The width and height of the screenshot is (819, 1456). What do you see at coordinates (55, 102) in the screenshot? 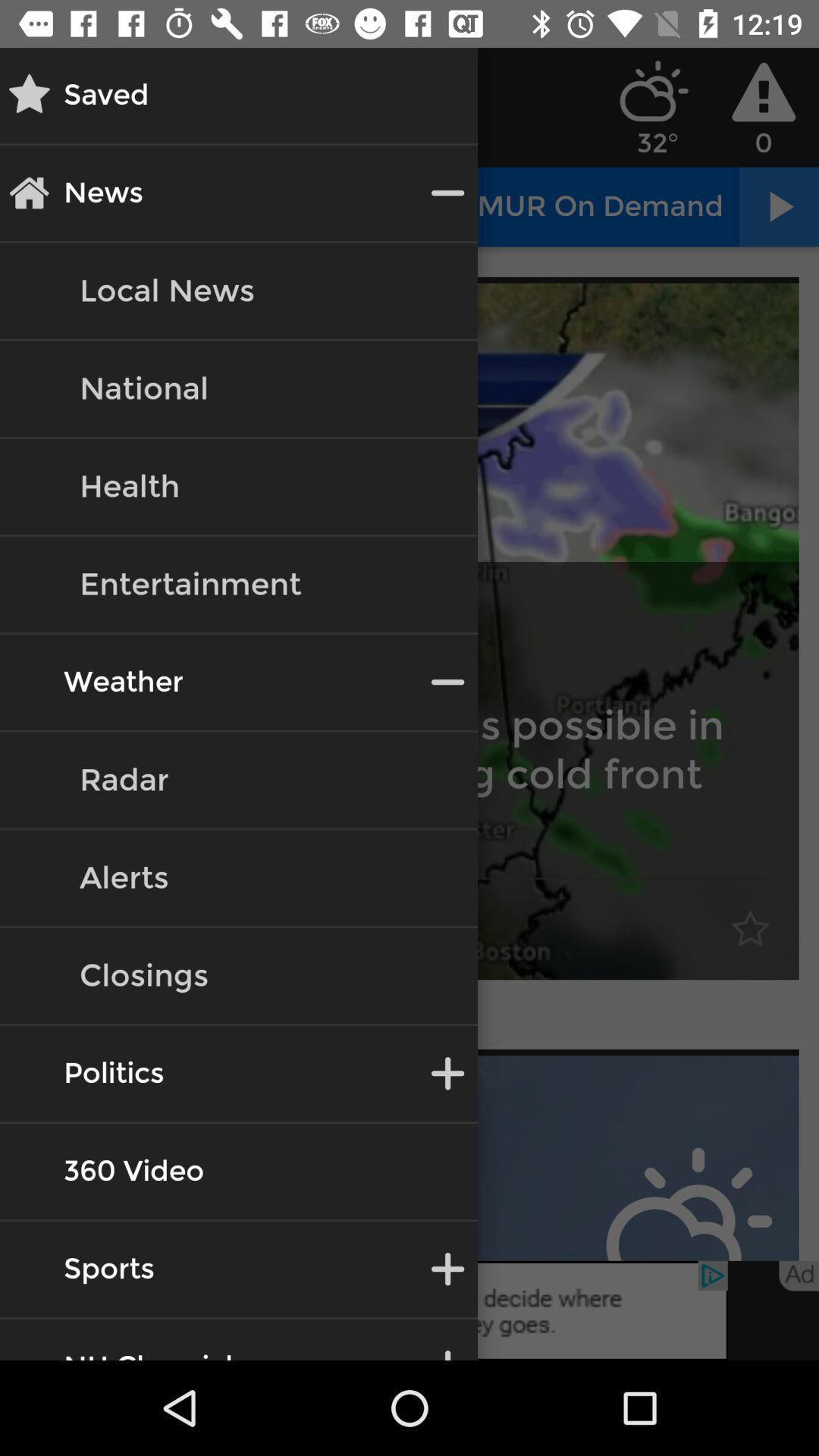
I see `the star icon` at bounding box center [55, 102].